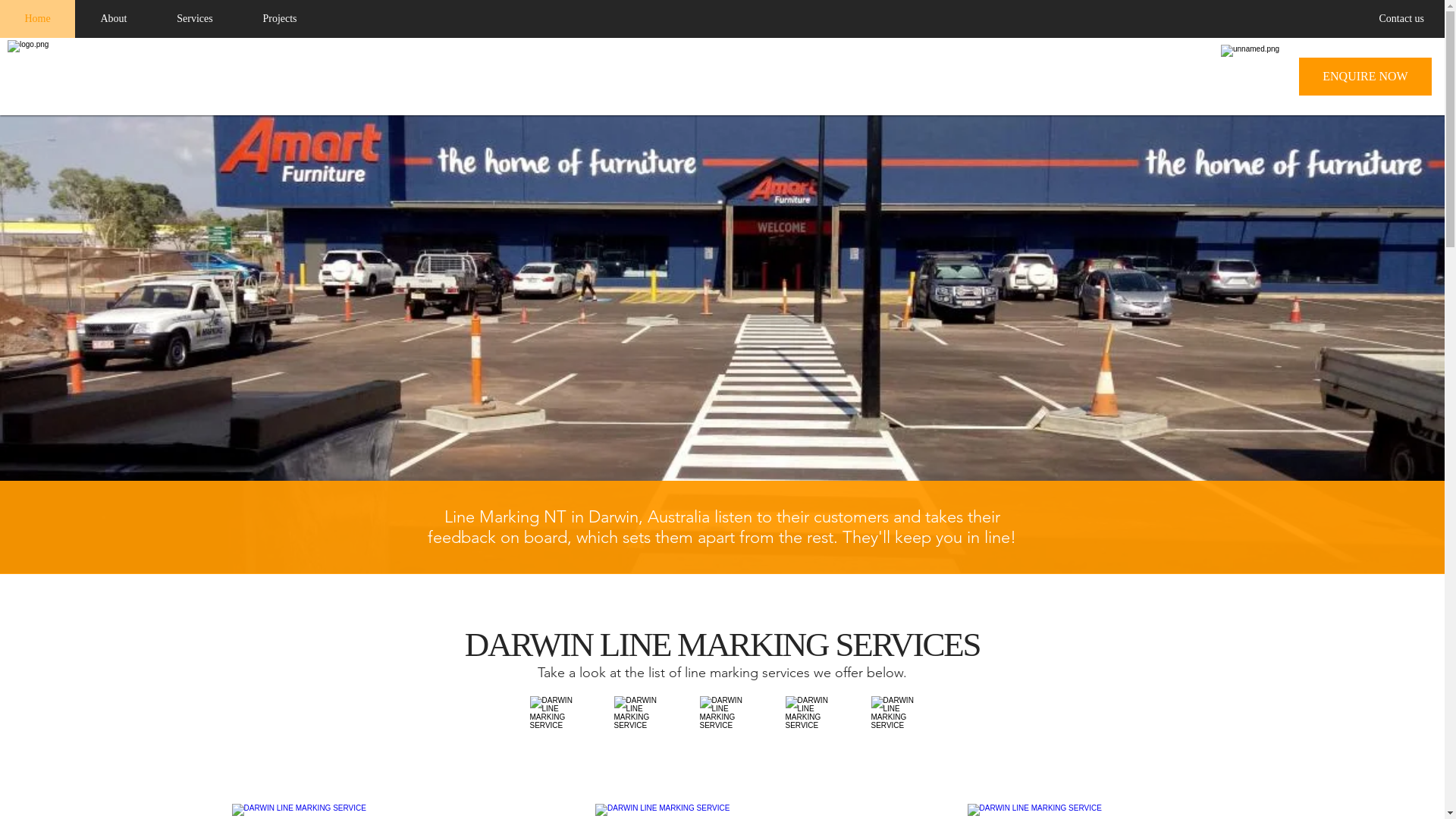 This screenshot has height=819, width=1456. I want to click on 'Projects', so click(236, 18).